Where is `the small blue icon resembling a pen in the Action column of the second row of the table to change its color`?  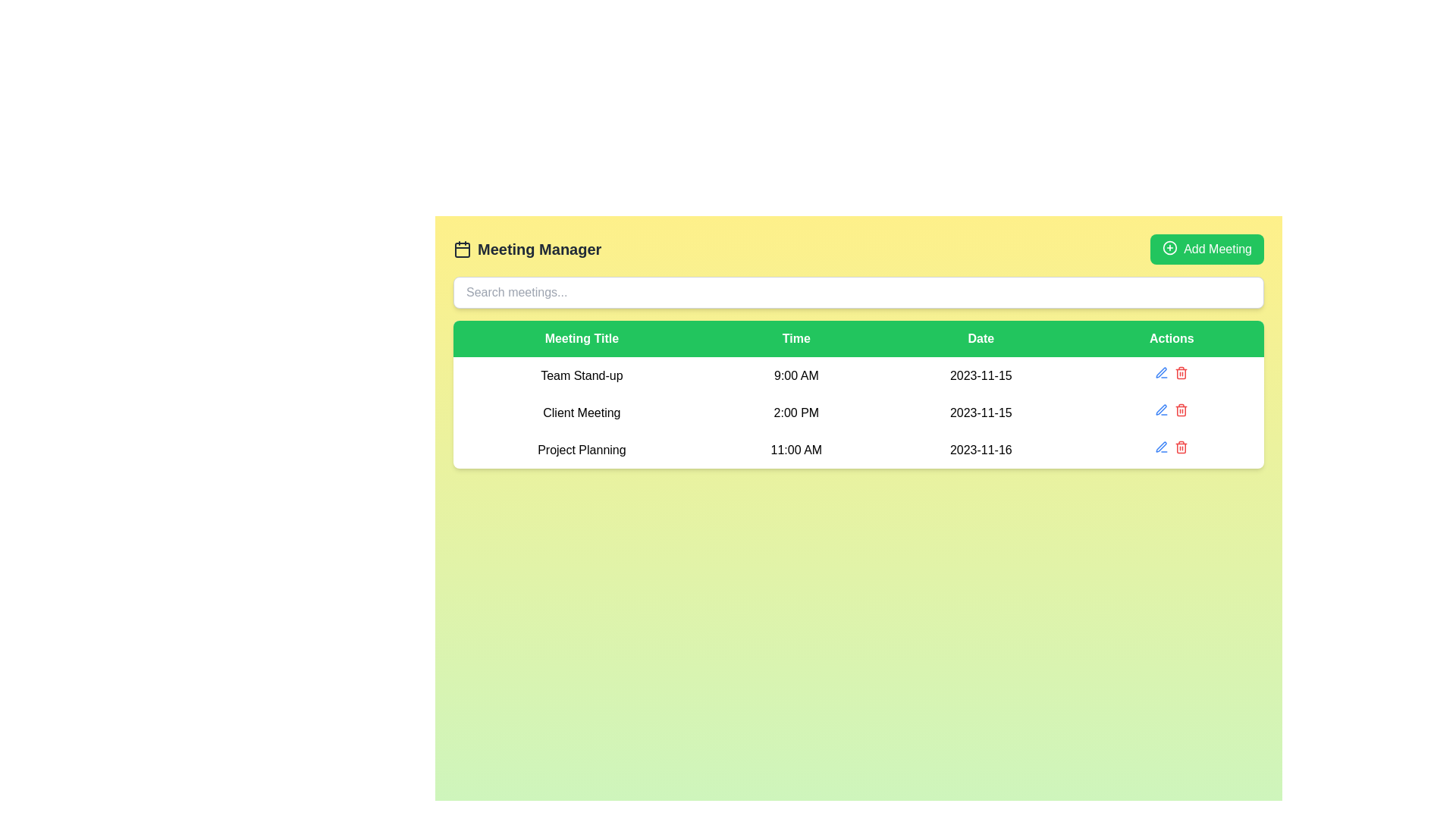
the small blue icon resembling a pen in the Action column of the second row of the table to change its color is located at coordinates (1161, 373).